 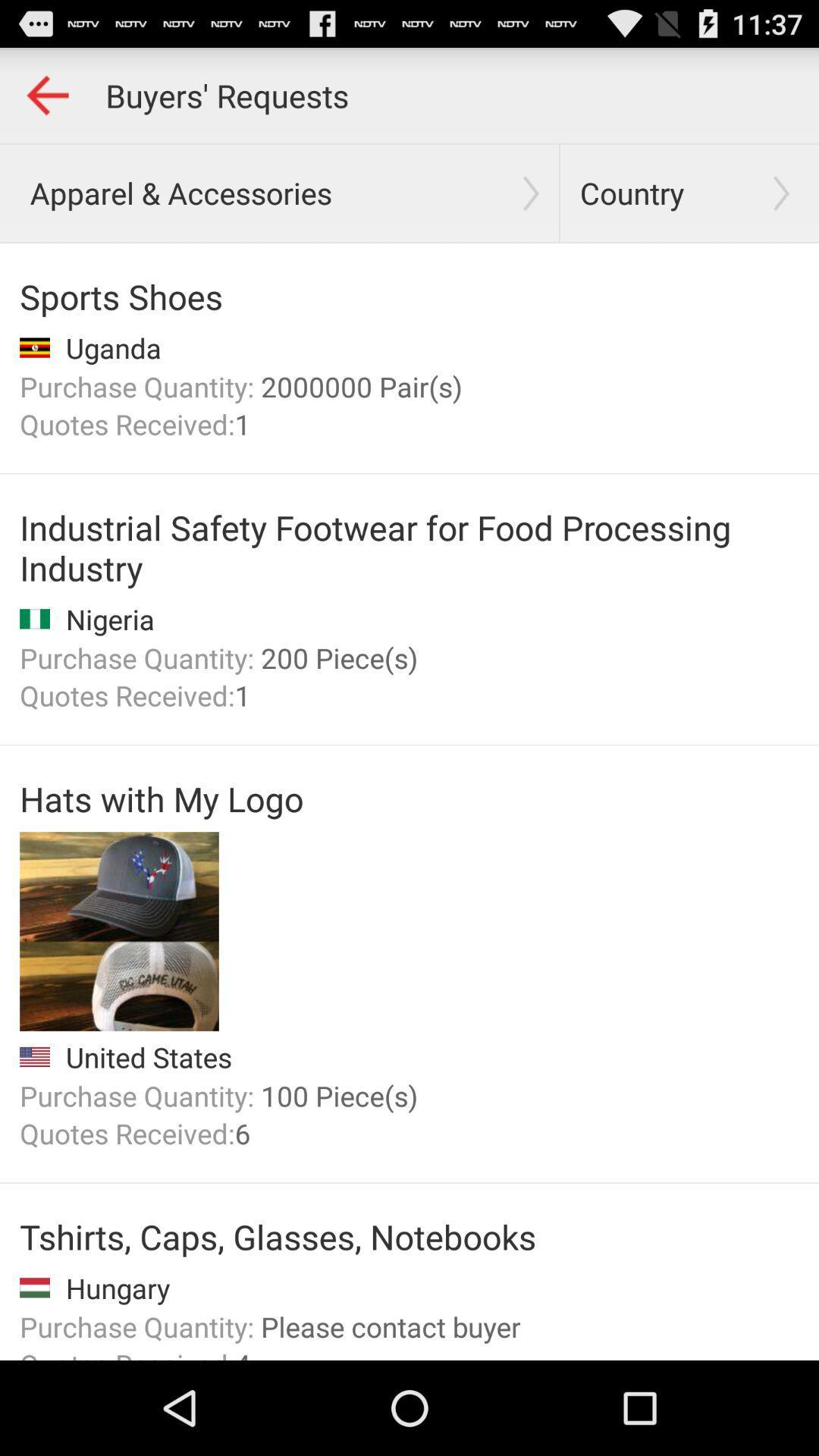 I want to click on the arrow_backward icon, so click(x=46, y=101).